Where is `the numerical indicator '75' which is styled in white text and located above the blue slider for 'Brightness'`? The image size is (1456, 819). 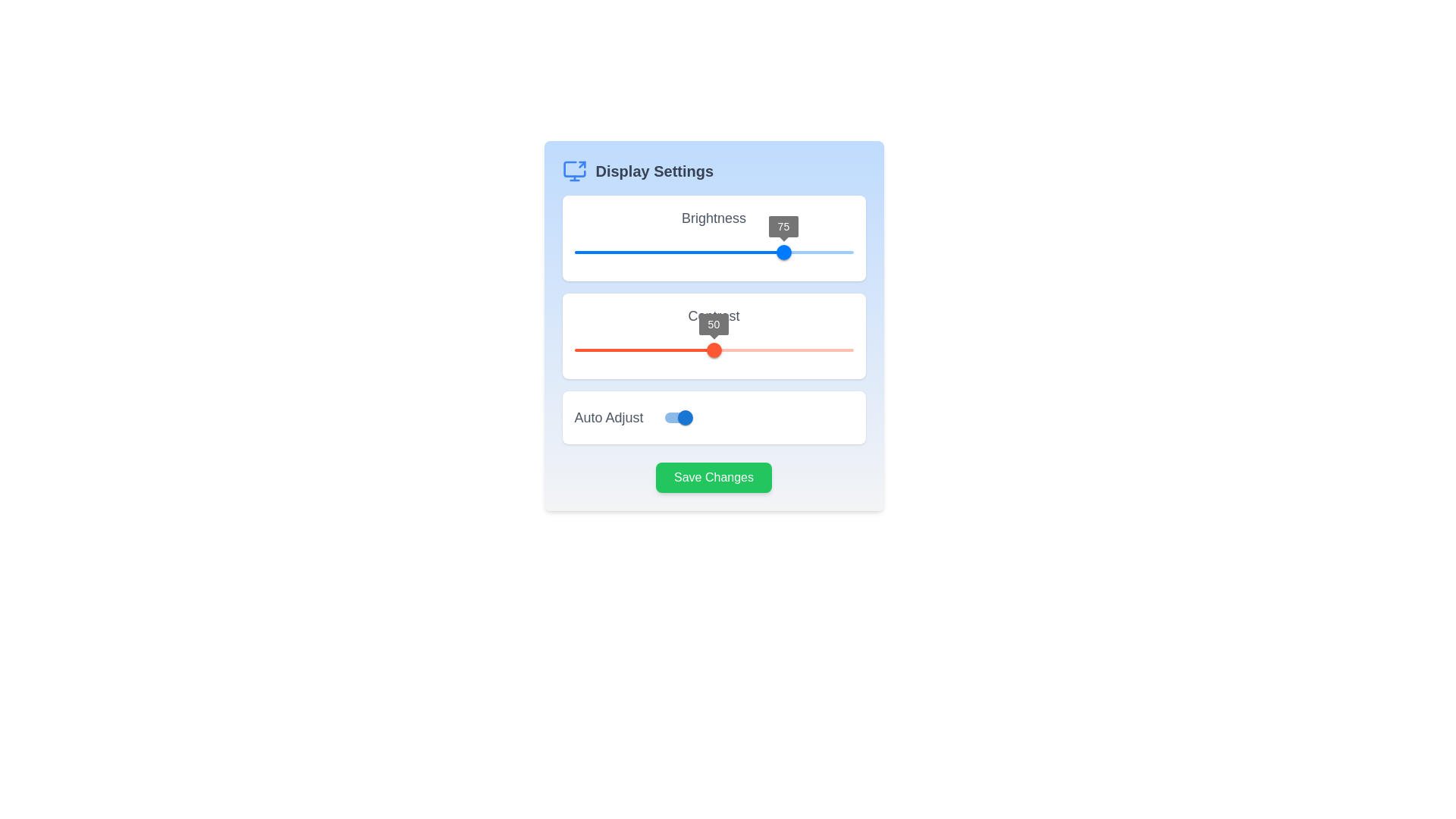
the numerical indicator '75' which is styled in white text and located above the blue slider for 'Brightness' is located at coordinates (783, 226).